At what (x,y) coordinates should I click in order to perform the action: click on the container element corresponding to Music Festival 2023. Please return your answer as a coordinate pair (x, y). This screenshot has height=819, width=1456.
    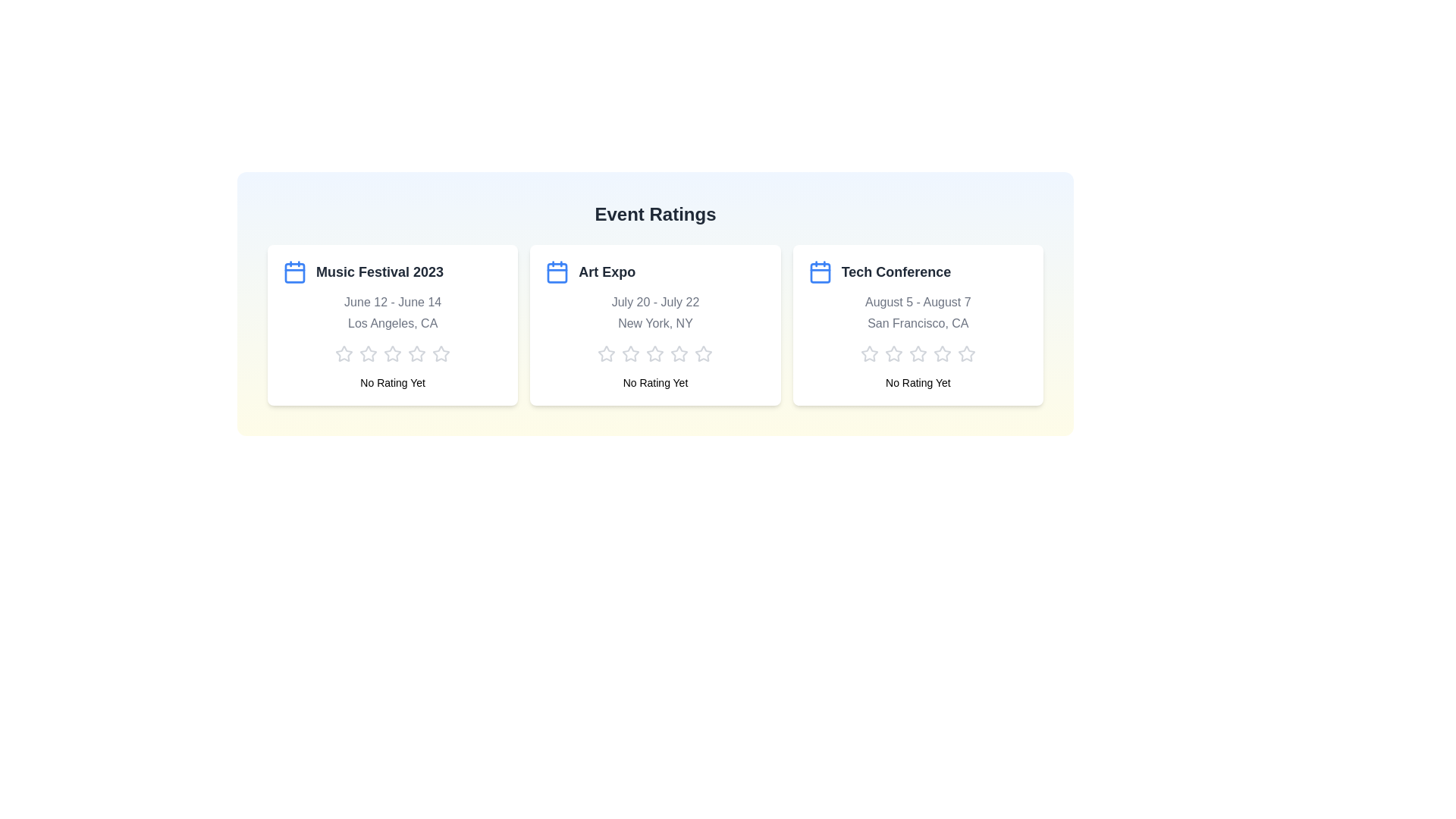
    Looking at the image, I should click on (393, 324).